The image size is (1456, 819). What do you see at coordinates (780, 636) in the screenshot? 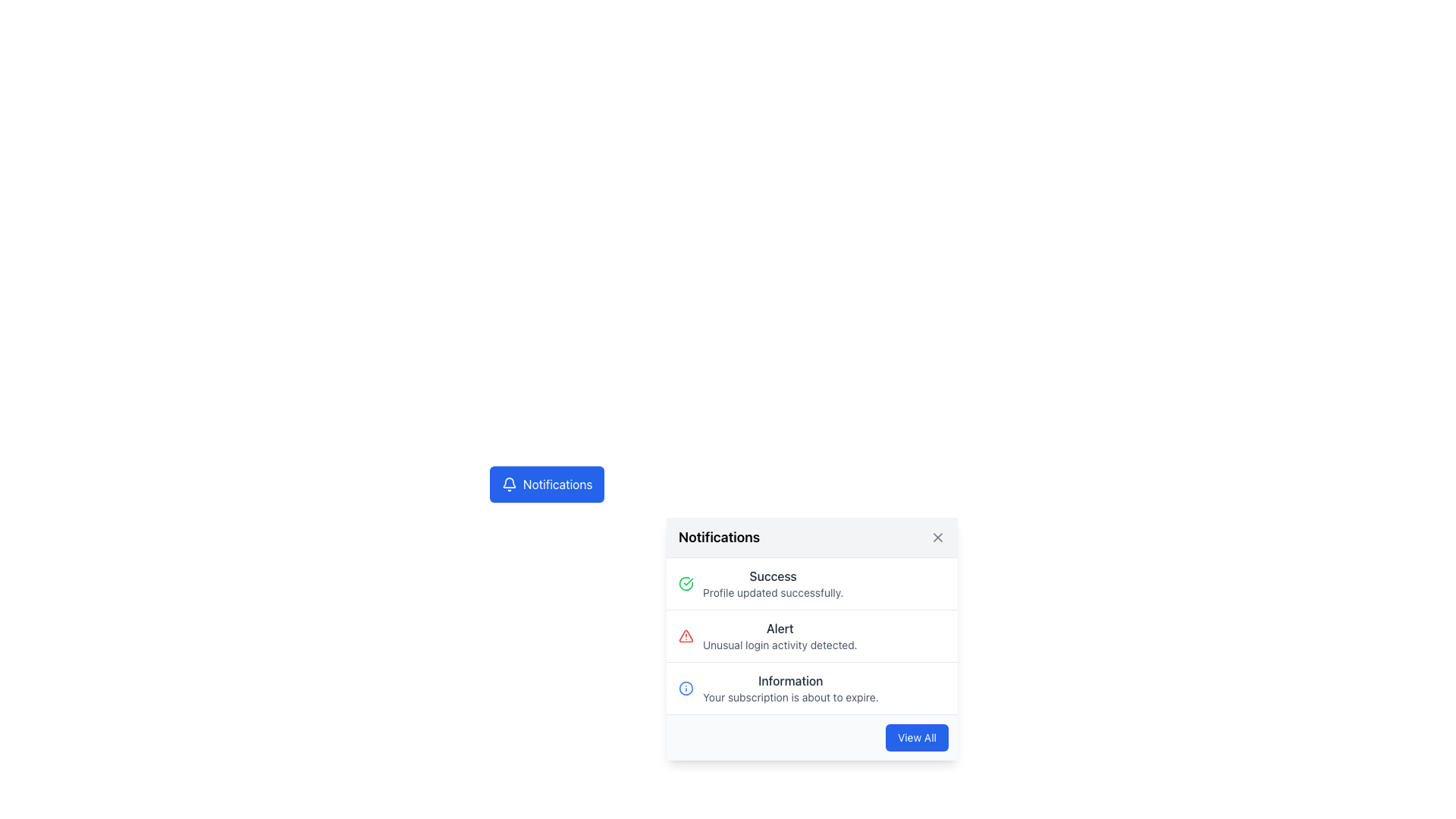
I see `alert message from the second entry in the notification dropdown, which indicates unusual login activity detected and is labeled 'Alert'` at bounding box center [780, 636].